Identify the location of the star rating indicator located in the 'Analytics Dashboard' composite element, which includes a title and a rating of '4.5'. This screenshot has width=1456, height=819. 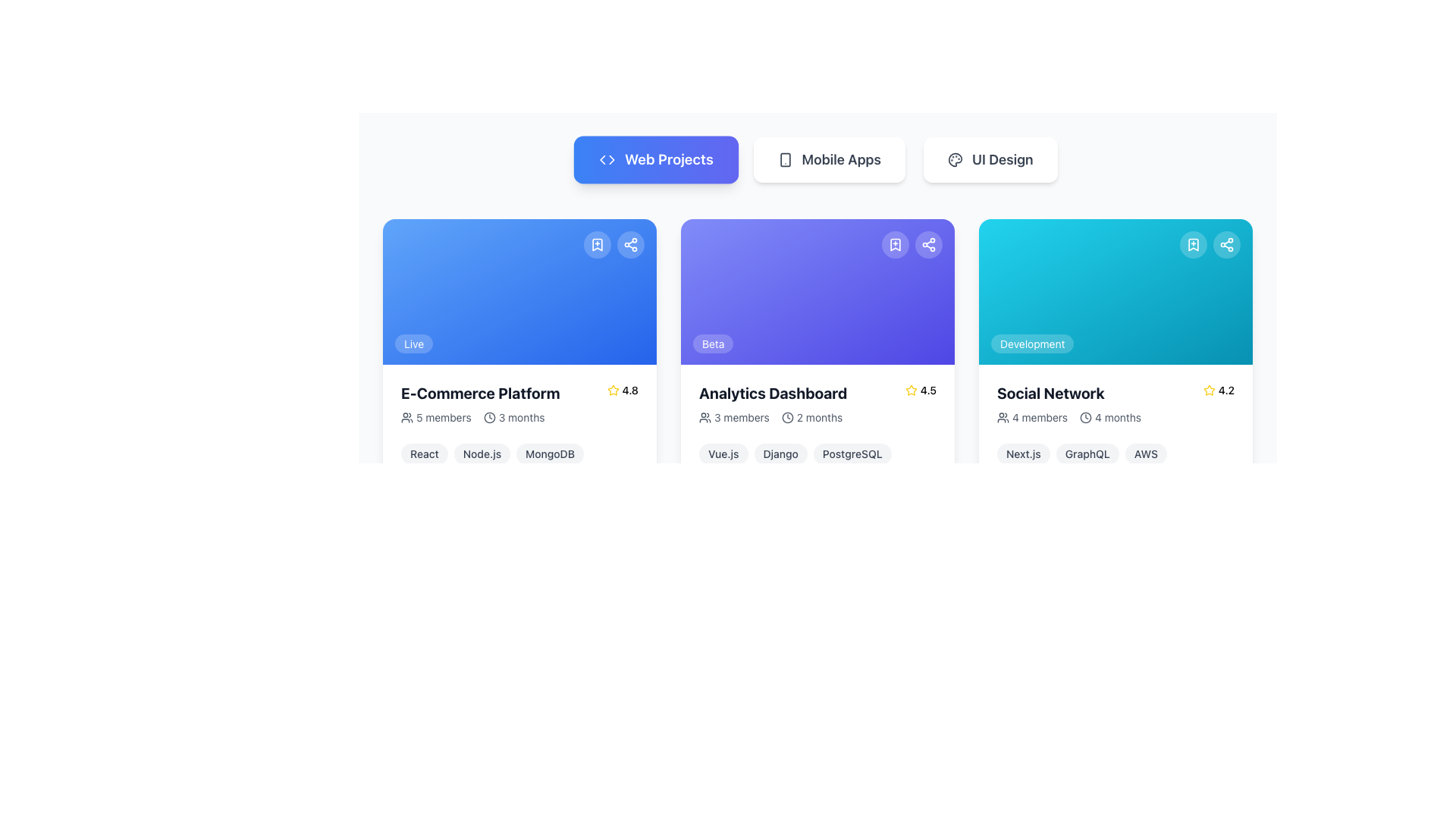
(817, 393).